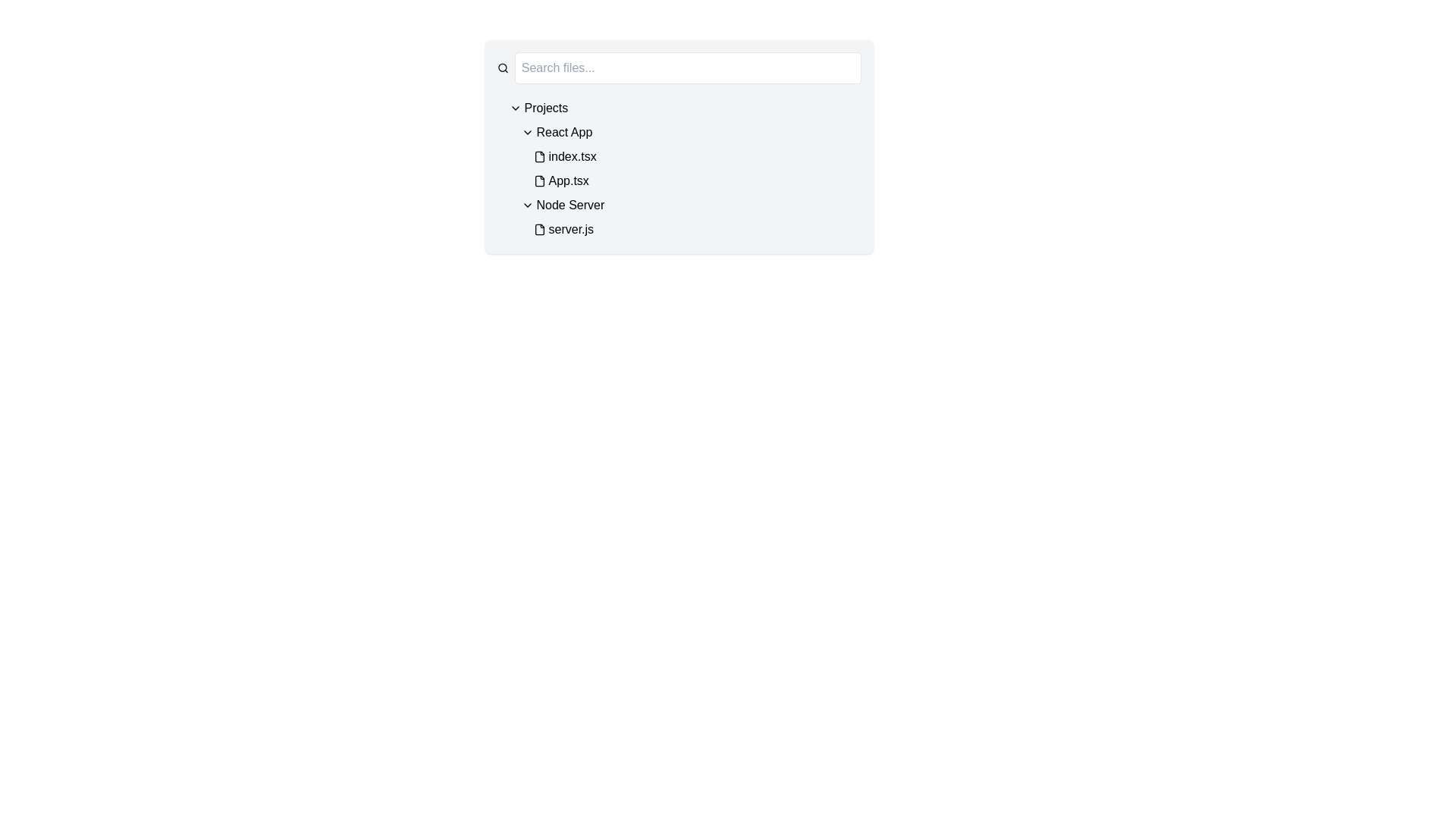 This screenshot has width=1456, height=819. What do you see at coordinates (527, 205) in the screenshot?
I see `the toggle icon located to the left of the 'Node Server' text` at bounding box center [527, 205].